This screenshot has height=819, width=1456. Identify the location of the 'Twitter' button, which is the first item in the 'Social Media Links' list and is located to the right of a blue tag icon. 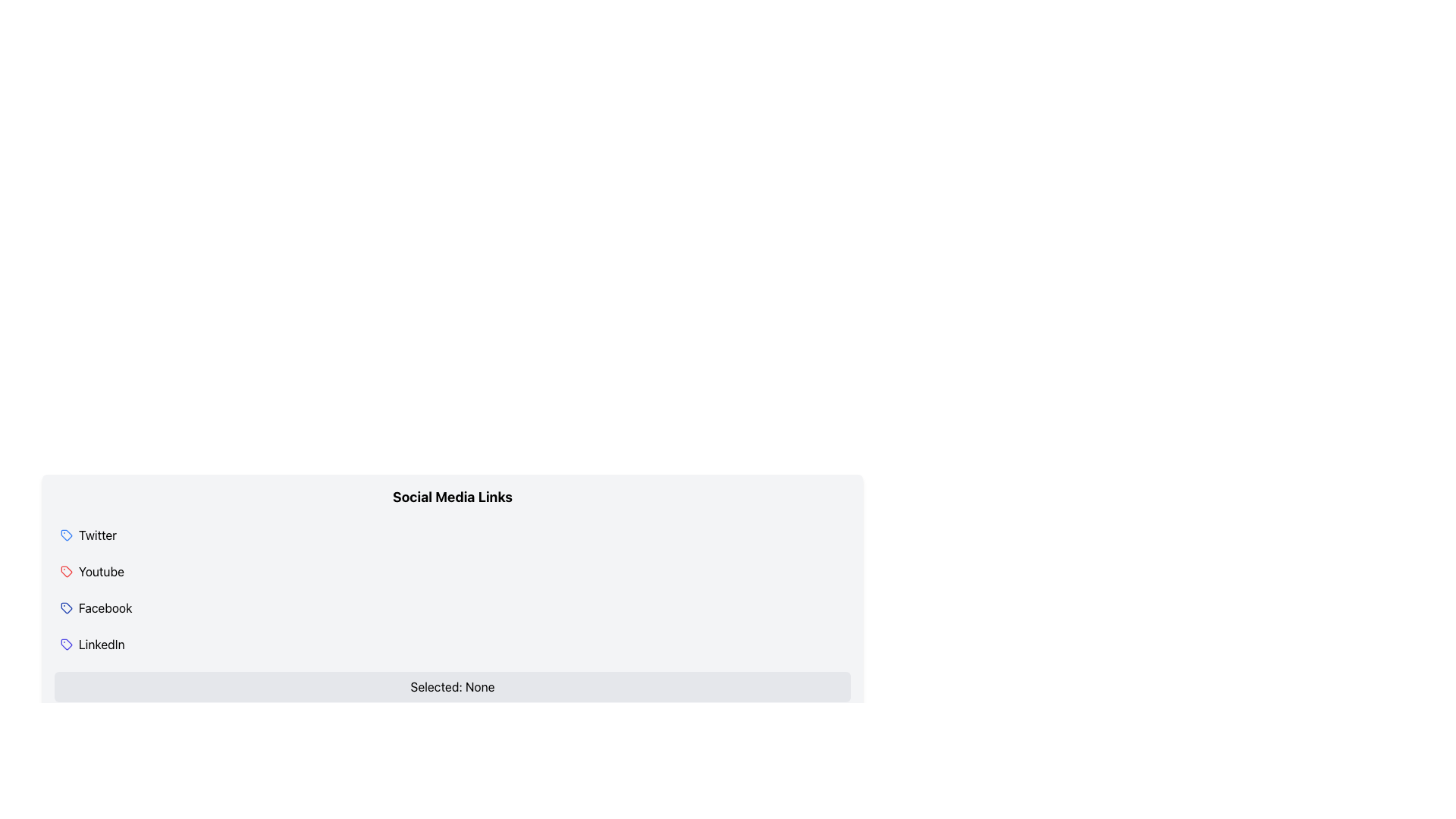
(97, 534).